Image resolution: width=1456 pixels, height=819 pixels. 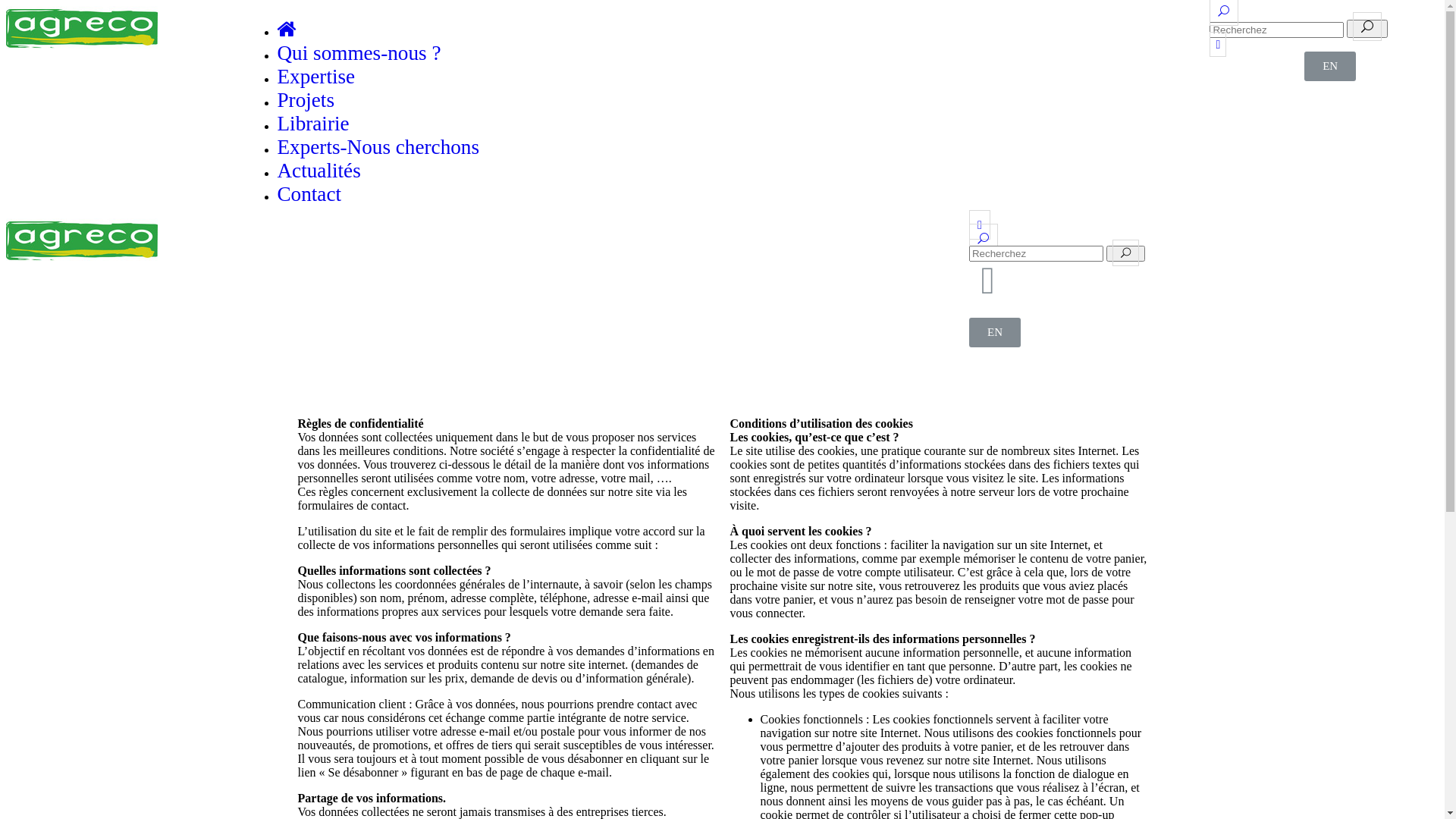 What do you see at coordinates (358, 52) in the screenshot?
I see `'Qui sommes-nous ?'` at bounding box center [358, 52].